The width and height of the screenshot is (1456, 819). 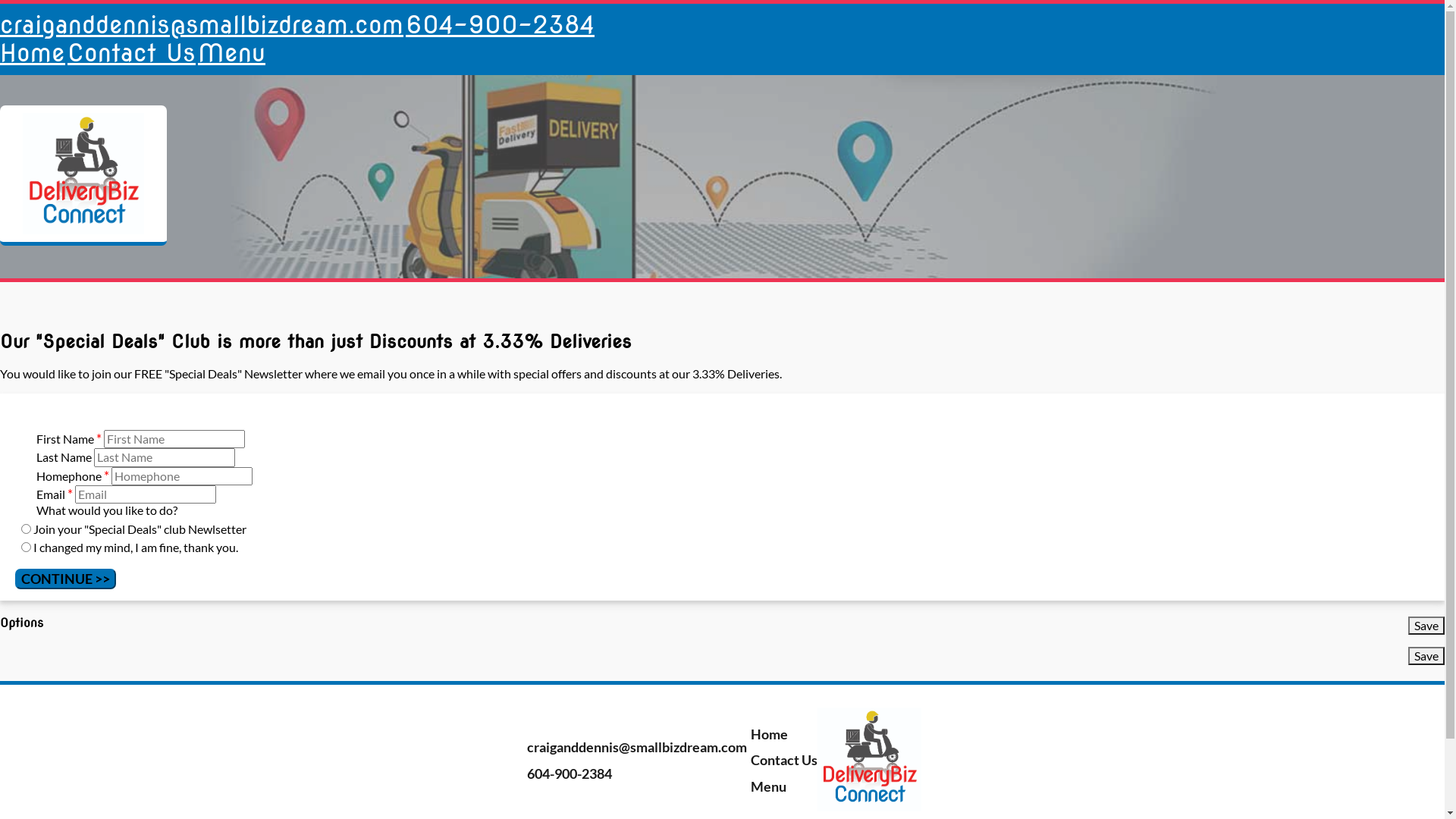 What do you see at coordinates (782, 760) in the screenshot?
I see `'Contact Us'` at bounding box center [782, 760].